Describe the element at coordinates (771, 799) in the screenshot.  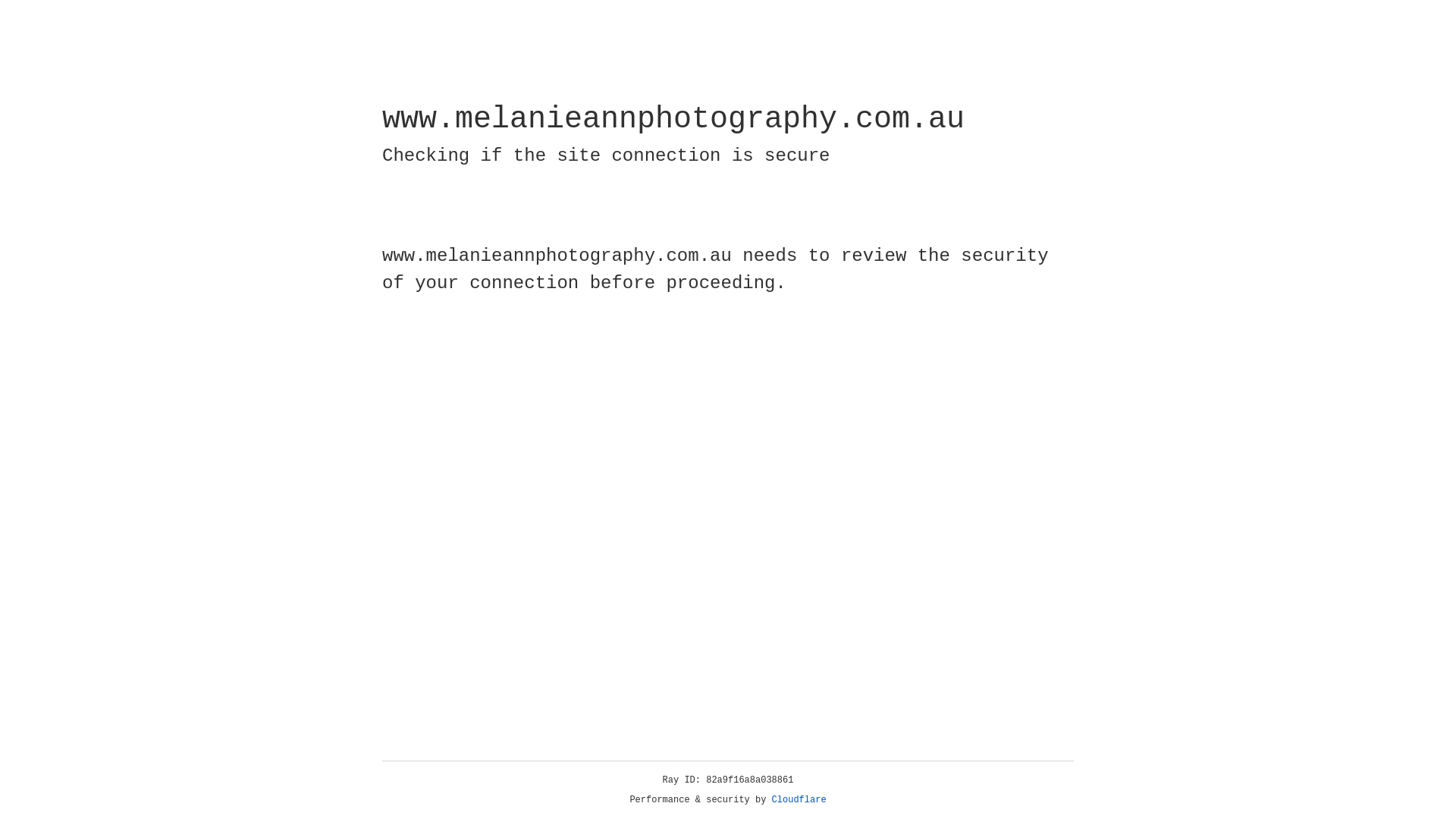
I see `'Cloudflare'` at that location.